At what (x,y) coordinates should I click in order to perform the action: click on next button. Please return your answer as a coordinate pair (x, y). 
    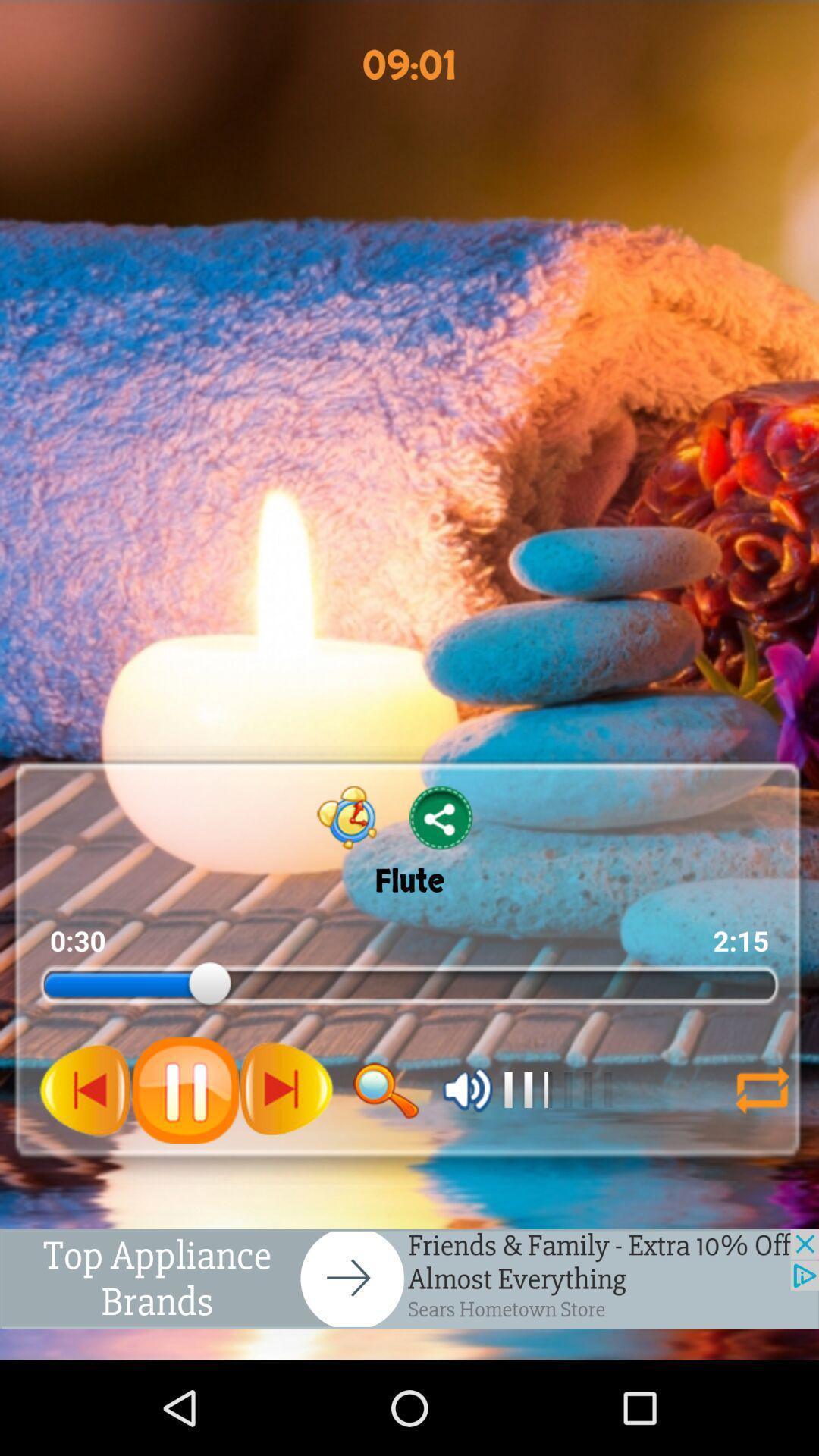
    Looking at the image, I should click on (286, 1089).